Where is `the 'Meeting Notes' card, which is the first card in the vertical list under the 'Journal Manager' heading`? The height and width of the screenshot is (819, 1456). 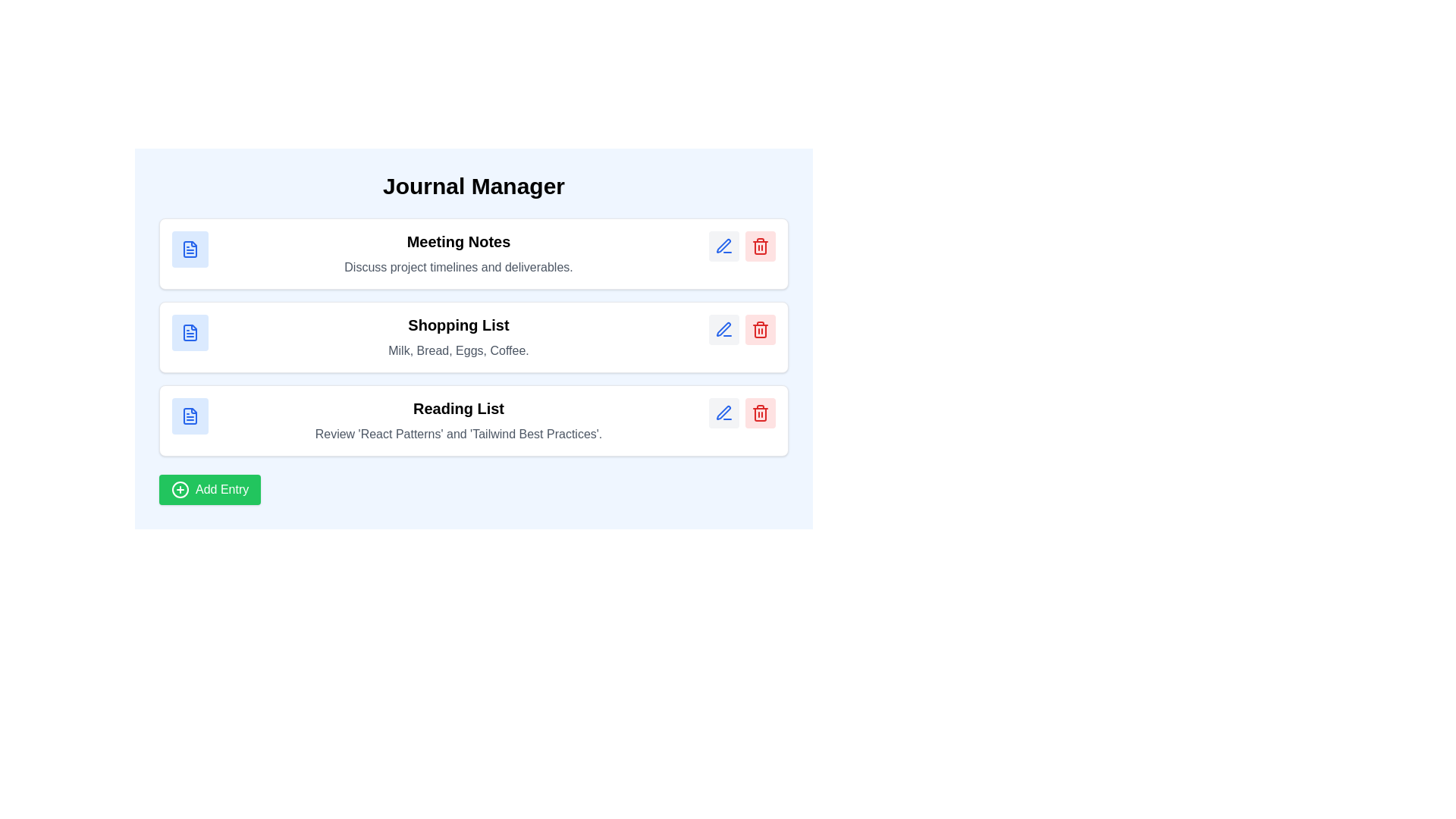 the 'Meeting Notes' card, which is the first card in the vertical list under the 'Journal Manager' heading is located at coordinates (472, 253).